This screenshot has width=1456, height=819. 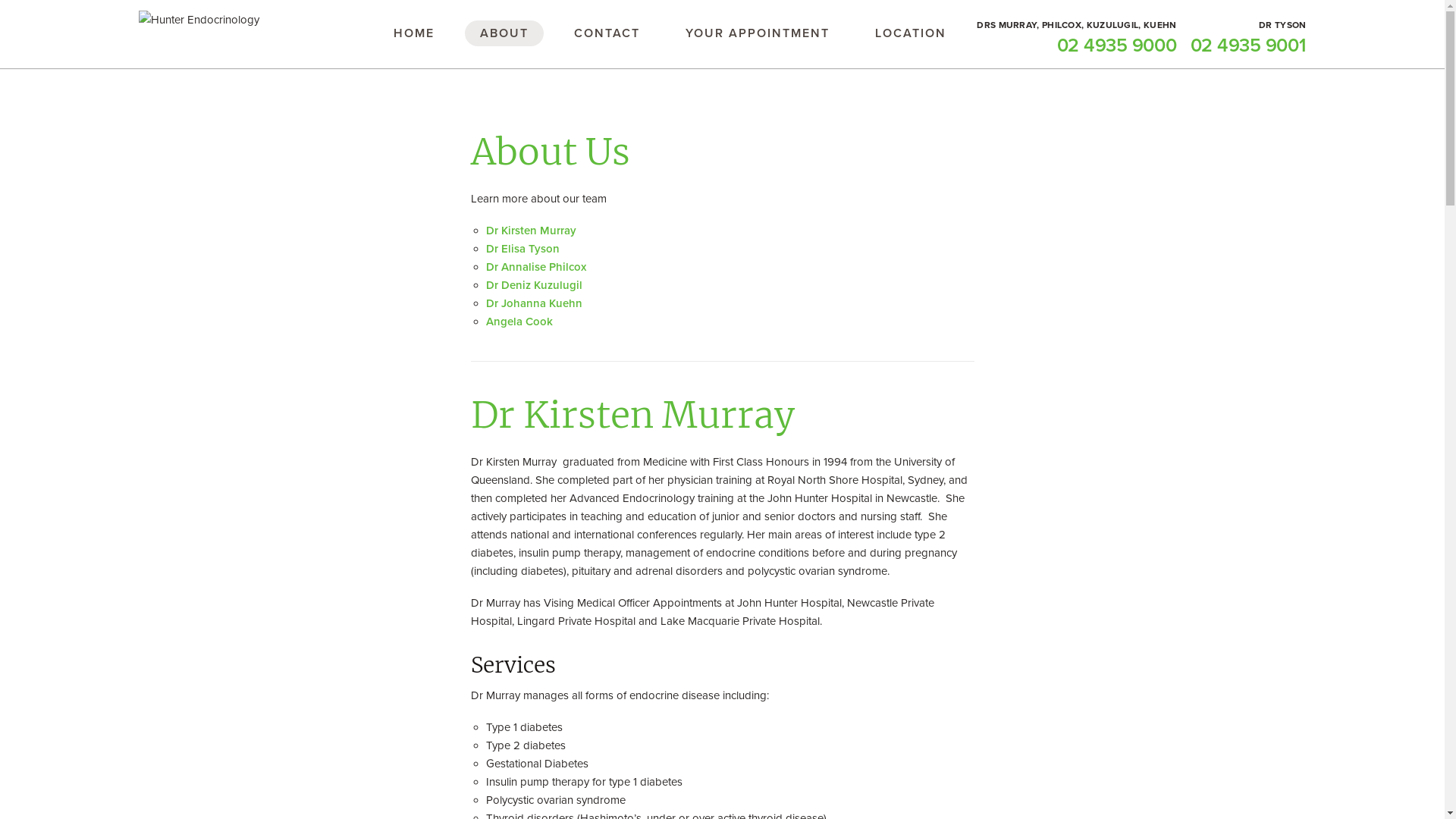 What do you see at coordinates (910, 33) in the screenshot?
I see `'LOCATION'` at bounding box center [910, 33].